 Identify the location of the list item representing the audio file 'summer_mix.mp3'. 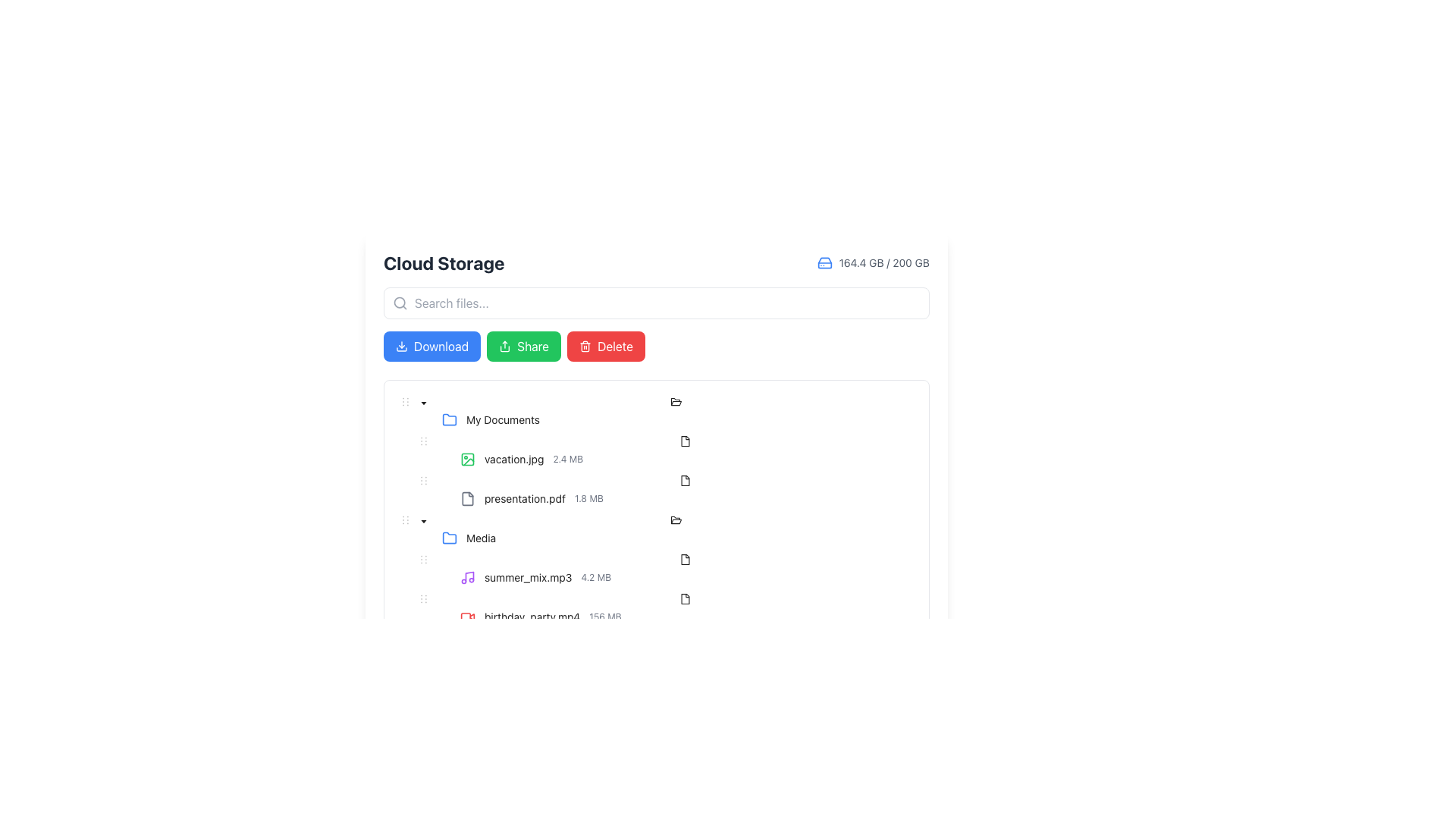
(684, 568).